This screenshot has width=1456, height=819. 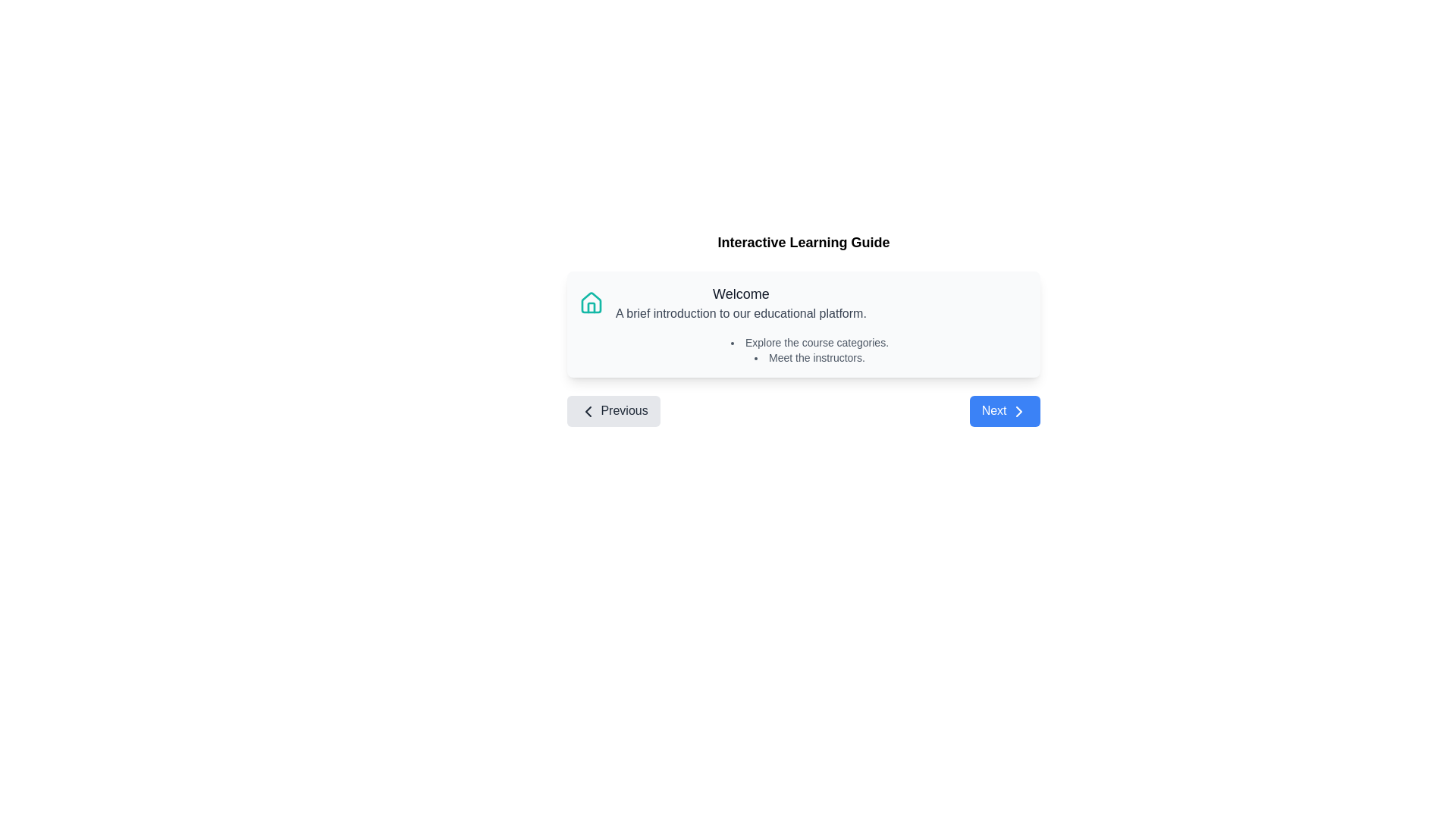 What do you see at coordinates (590, 303) in the screenshot?
I see `the 'home' or 'introduction' icon located in the top-left corner of the 'Welcome' section, adjacent to the text content` at bounding box center [590, 303].